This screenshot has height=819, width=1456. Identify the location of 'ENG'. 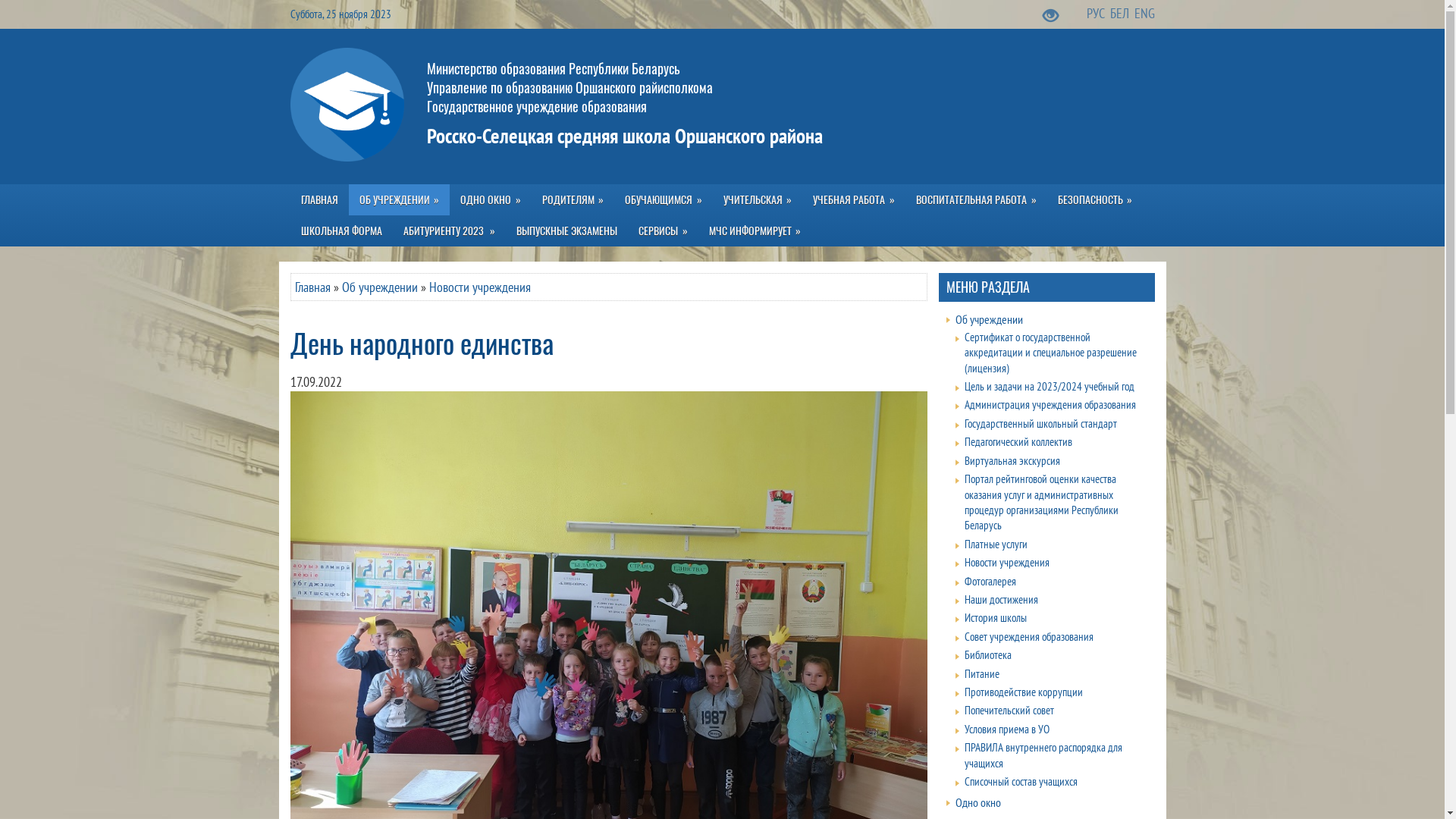
(1144, 13).